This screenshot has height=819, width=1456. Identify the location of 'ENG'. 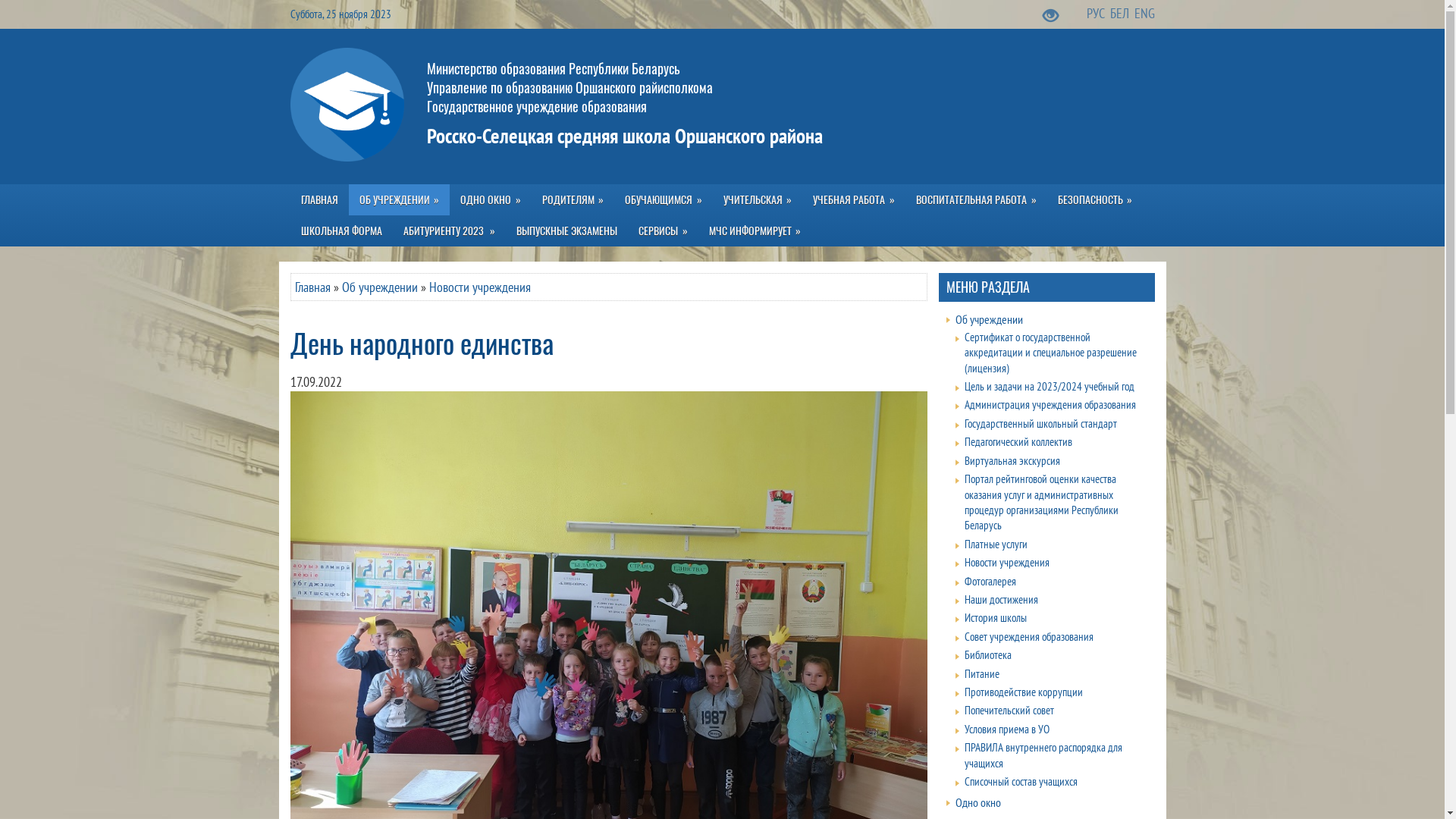
(1144, 13).